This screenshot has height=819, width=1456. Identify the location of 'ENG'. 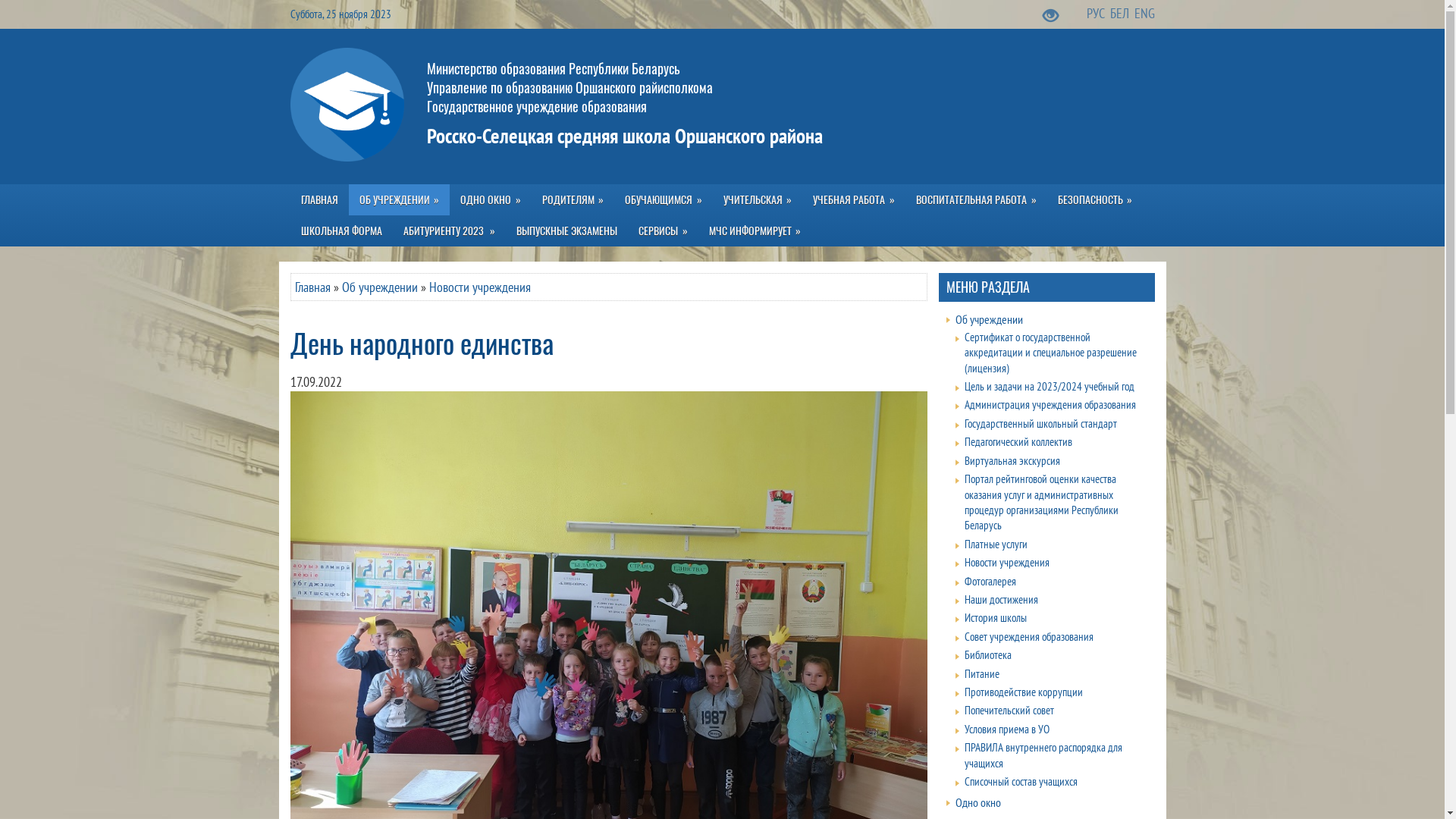
(1144, 13).